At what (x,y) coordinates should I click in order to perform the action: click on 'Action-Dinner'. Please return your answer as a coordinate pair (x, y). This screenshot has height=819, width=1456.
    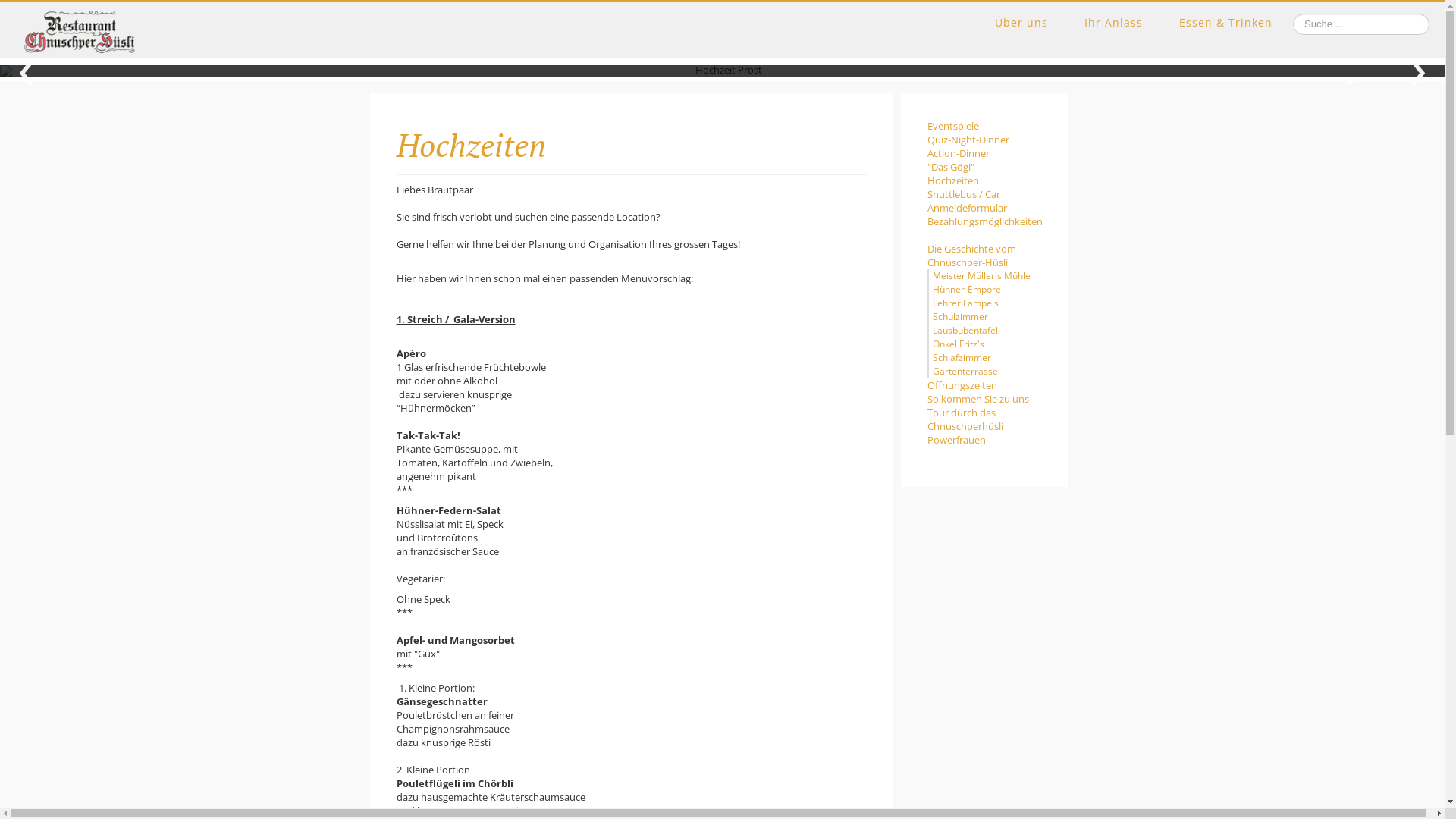
    Looking at the image, I should click on (984, 152).